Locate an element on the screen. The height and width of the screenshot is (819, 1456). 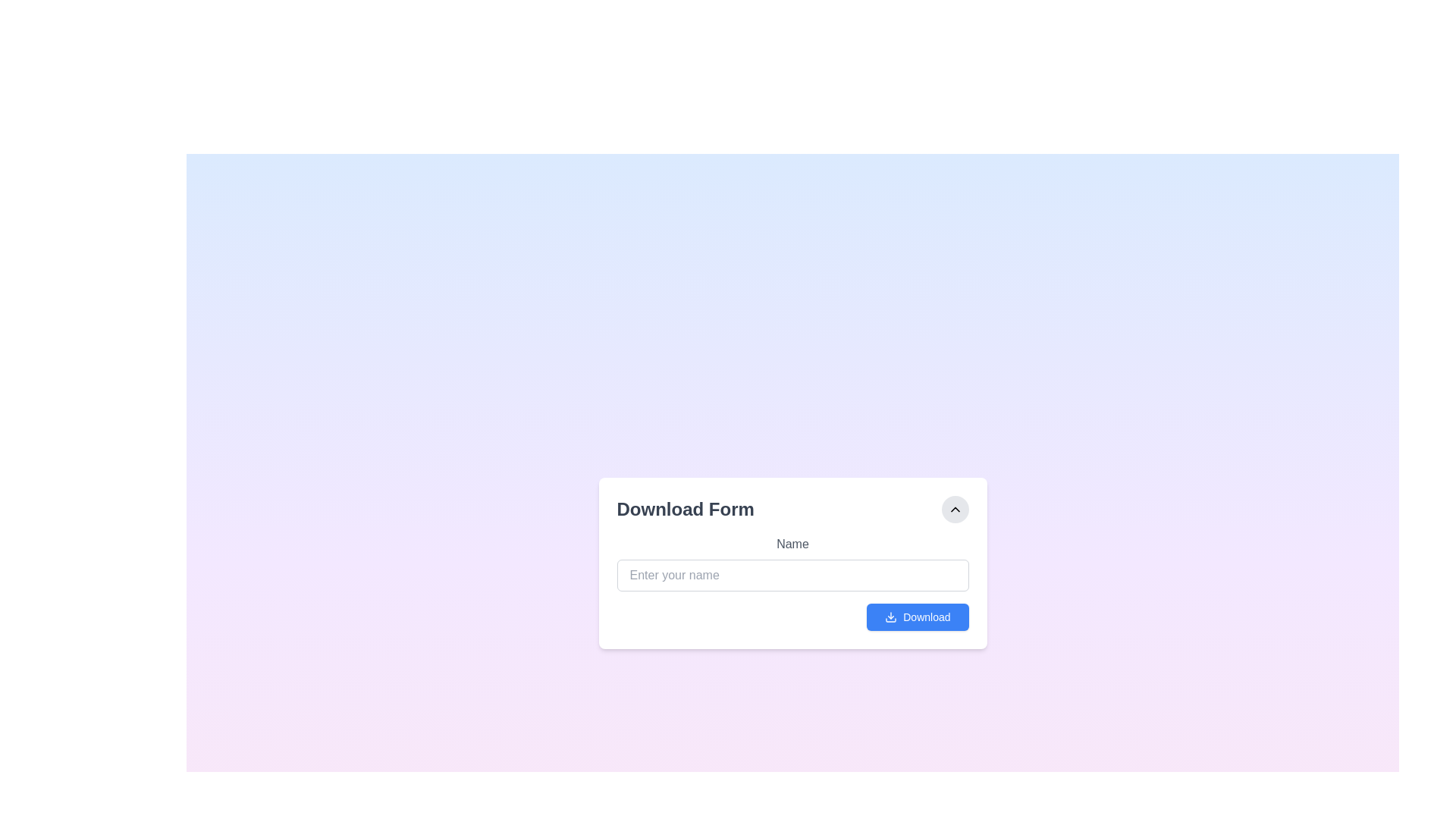
the circular button with a light gray background and a black upward-chevron icon is located at coordinates (954, 509).